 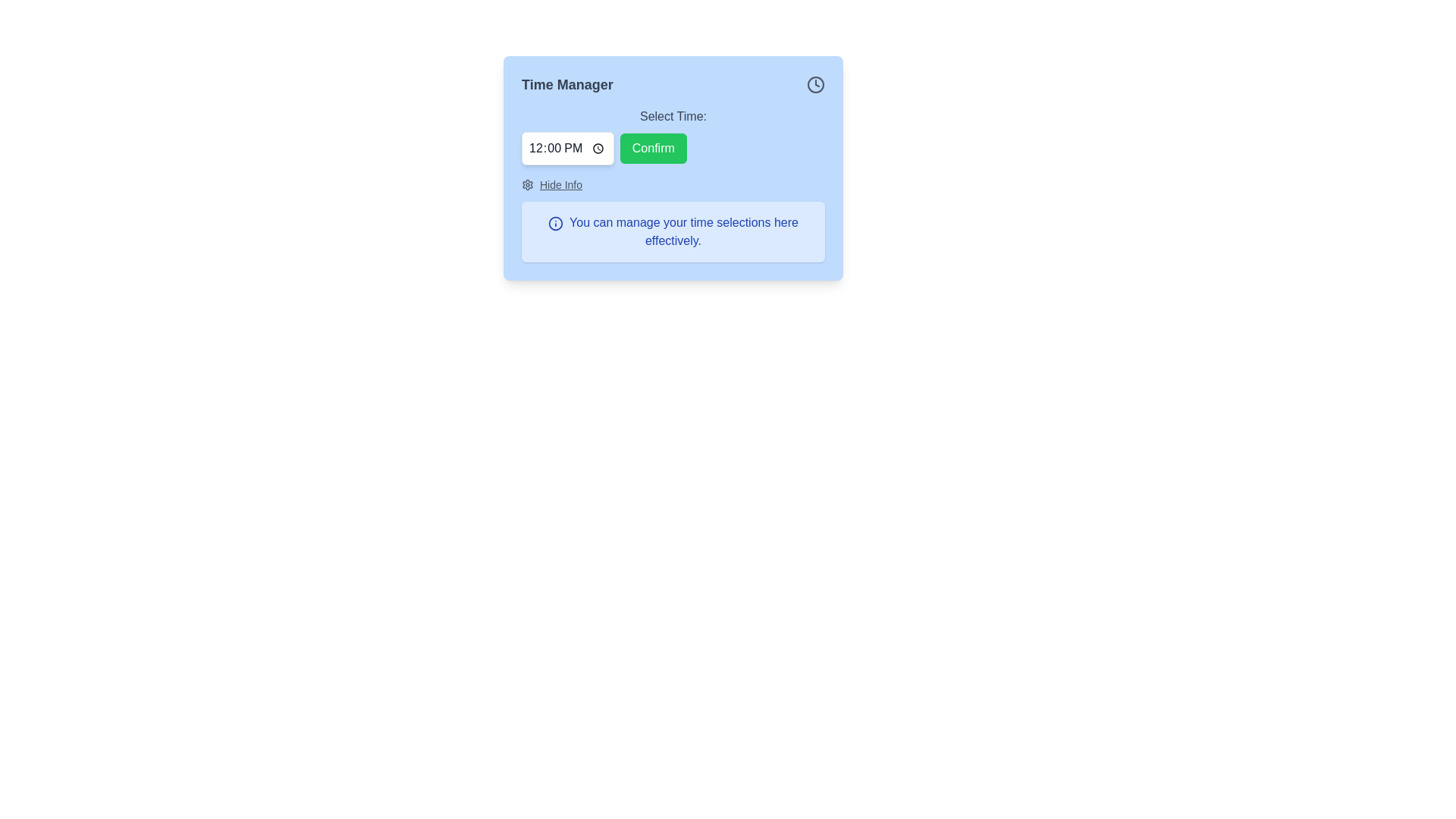 What do you see at coordinates (528, 184) in the screenshot?
I see `the settings icon located at the top right corner of the 'Time Manager' dialog box, adjacent to the title text` at bounding box center [528, 184].